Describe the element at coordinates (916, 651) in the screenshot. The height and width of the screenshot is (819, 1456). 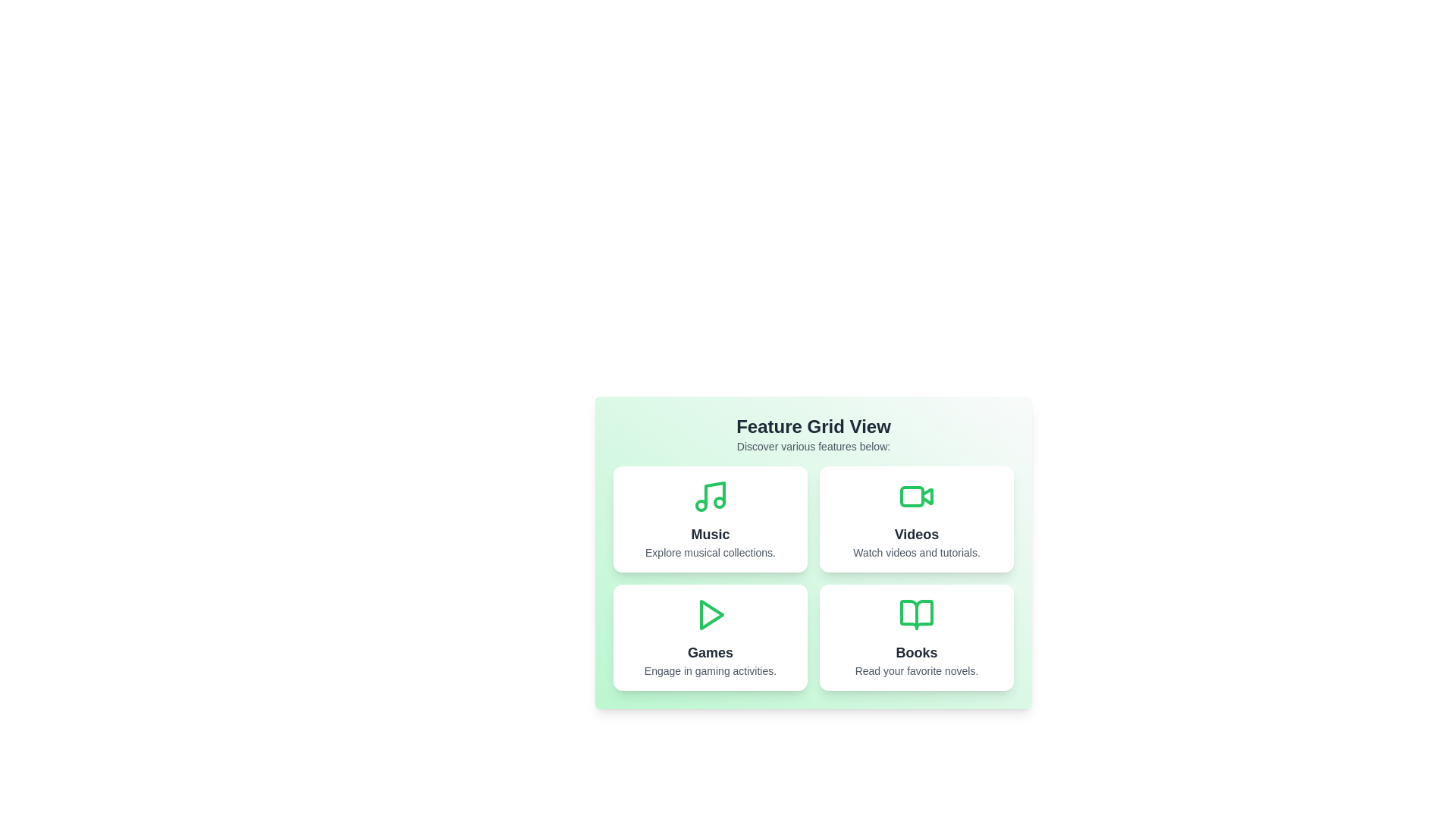
I see `the title of the feature Books` at that location.